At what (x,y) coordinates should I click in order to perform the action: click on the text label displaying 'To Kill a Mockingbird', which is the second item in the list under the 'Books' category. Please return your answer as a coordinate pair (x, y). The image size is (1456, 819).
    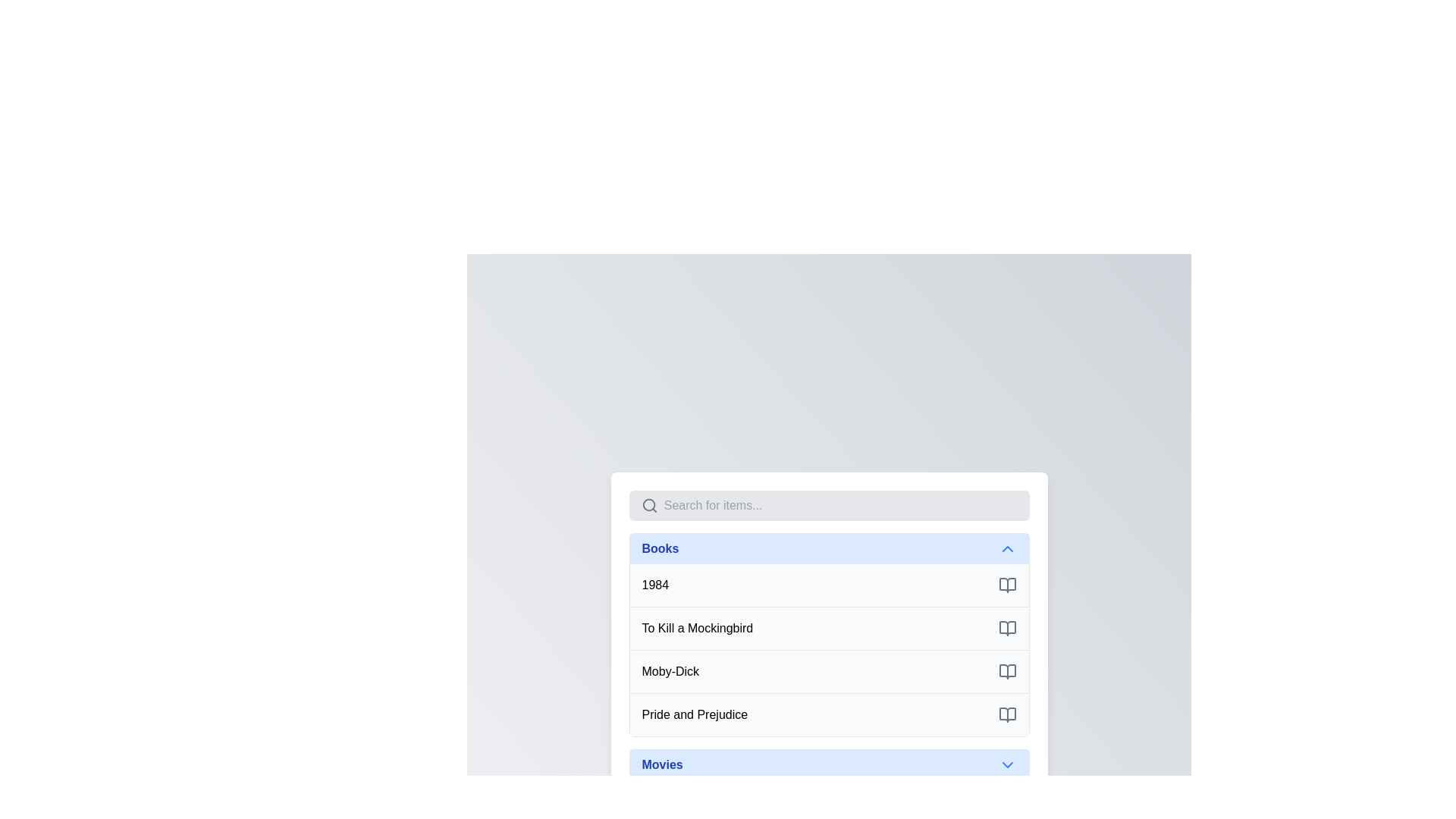
    Looking at the image, I should click on (696, 628).